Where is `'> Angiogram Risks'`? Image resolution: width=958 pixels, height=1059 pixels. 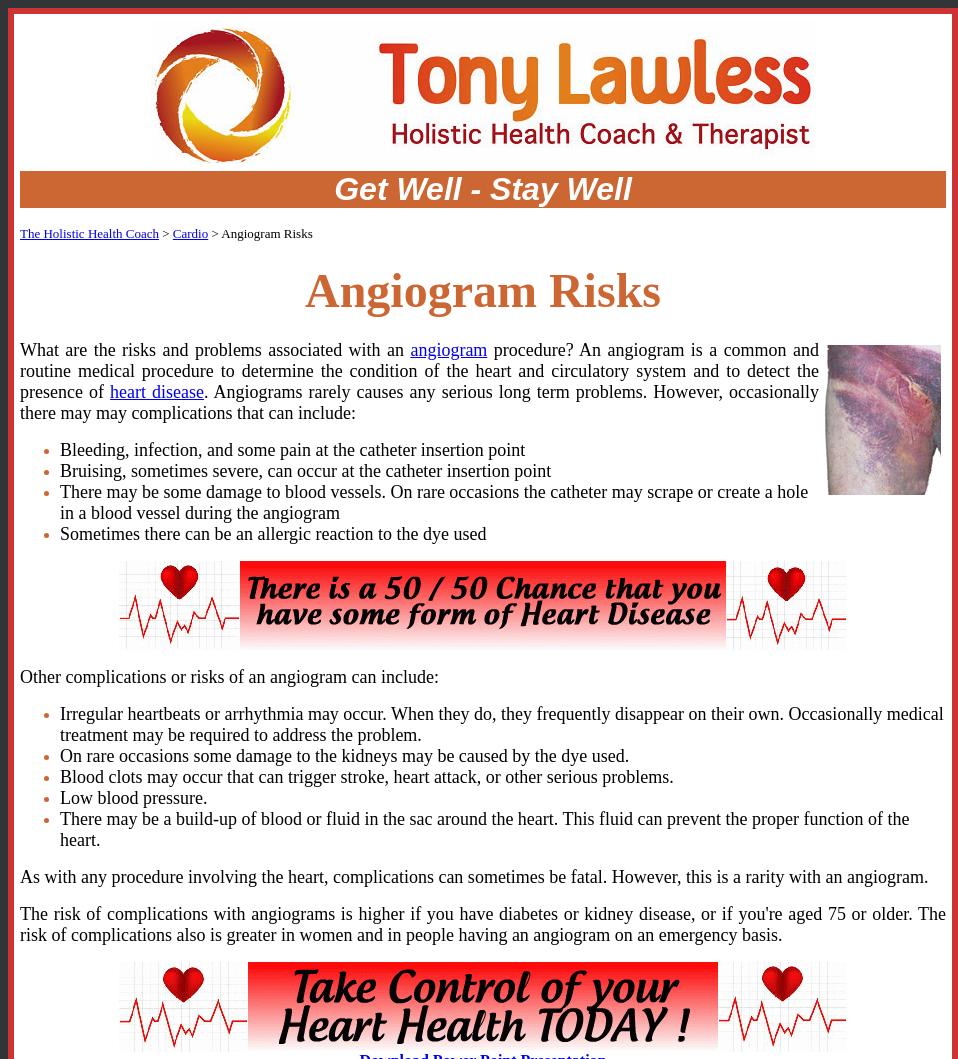
'> Angiogram Risks' is located at coordinates (260, 233).